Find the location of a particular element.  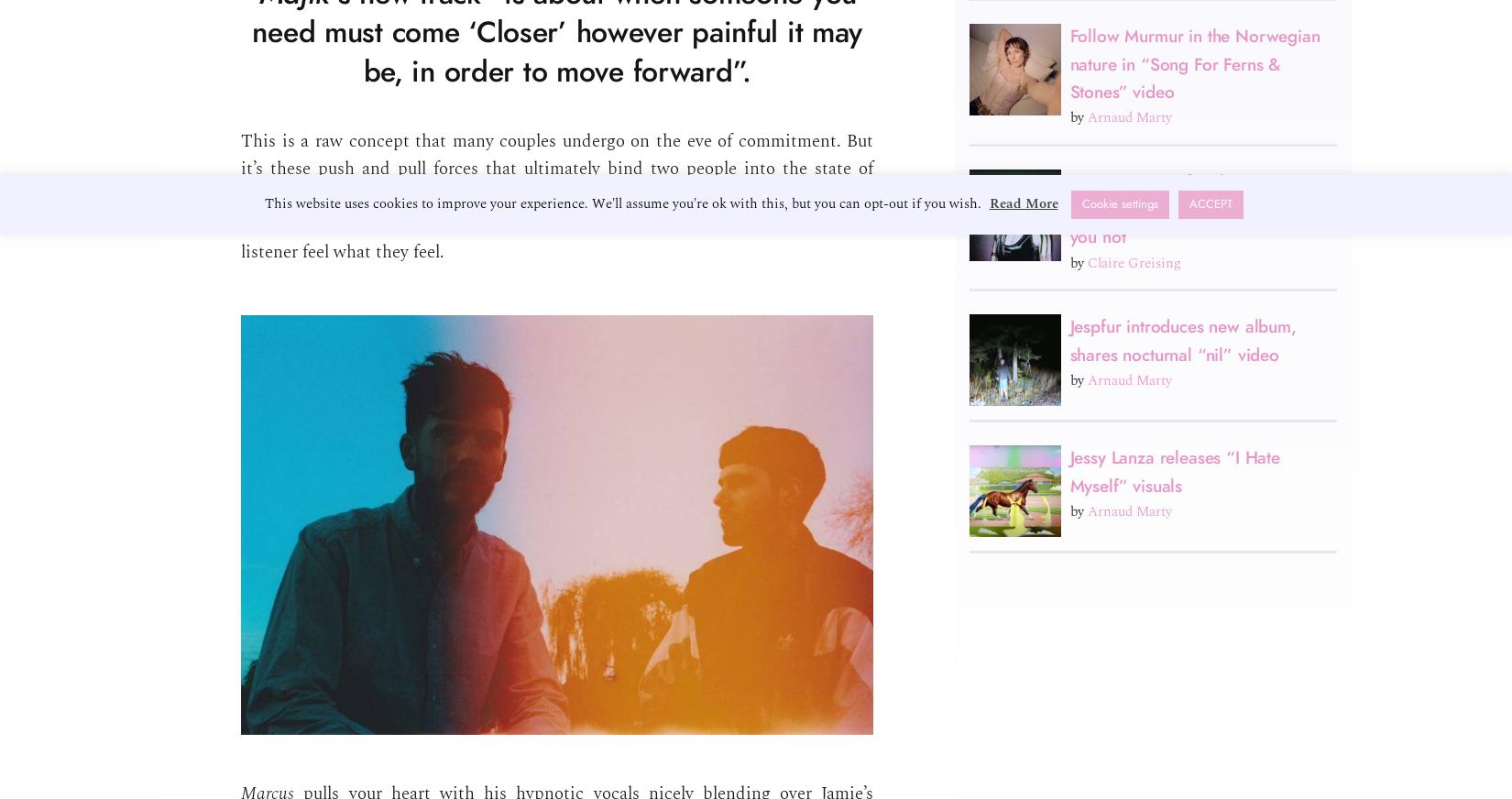

'Follow Murmur in the Norwegian nature in “Song For Ferns & Stones” video' is located at coordinates (1193, 62).